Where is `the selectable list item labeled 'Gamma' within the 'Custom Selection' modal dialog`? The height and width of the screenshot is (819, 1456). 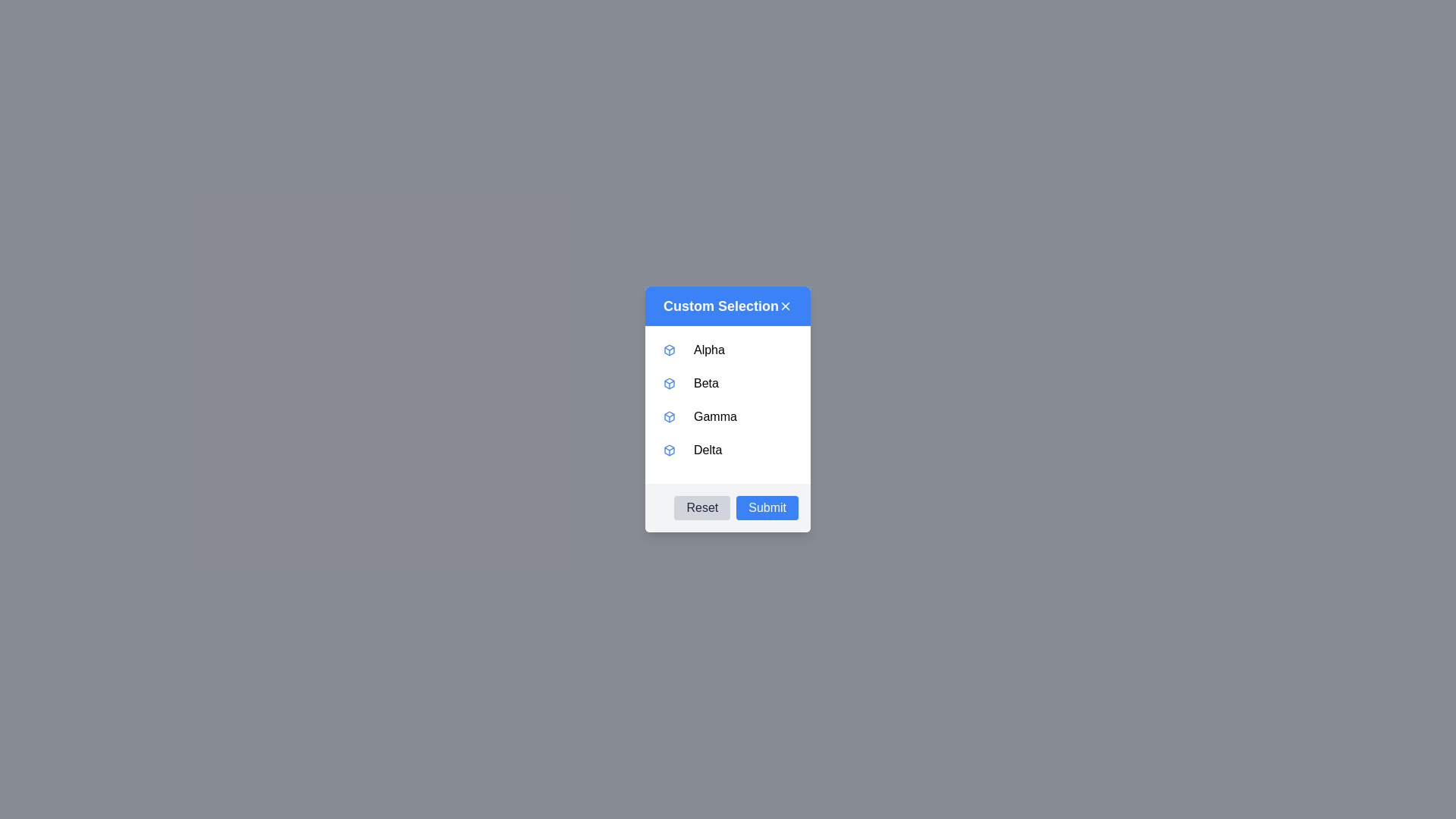
the selectable list item labeled 'Gamma' within the 'Custom Selection' modal dialog is located at coordinates (728, 409).